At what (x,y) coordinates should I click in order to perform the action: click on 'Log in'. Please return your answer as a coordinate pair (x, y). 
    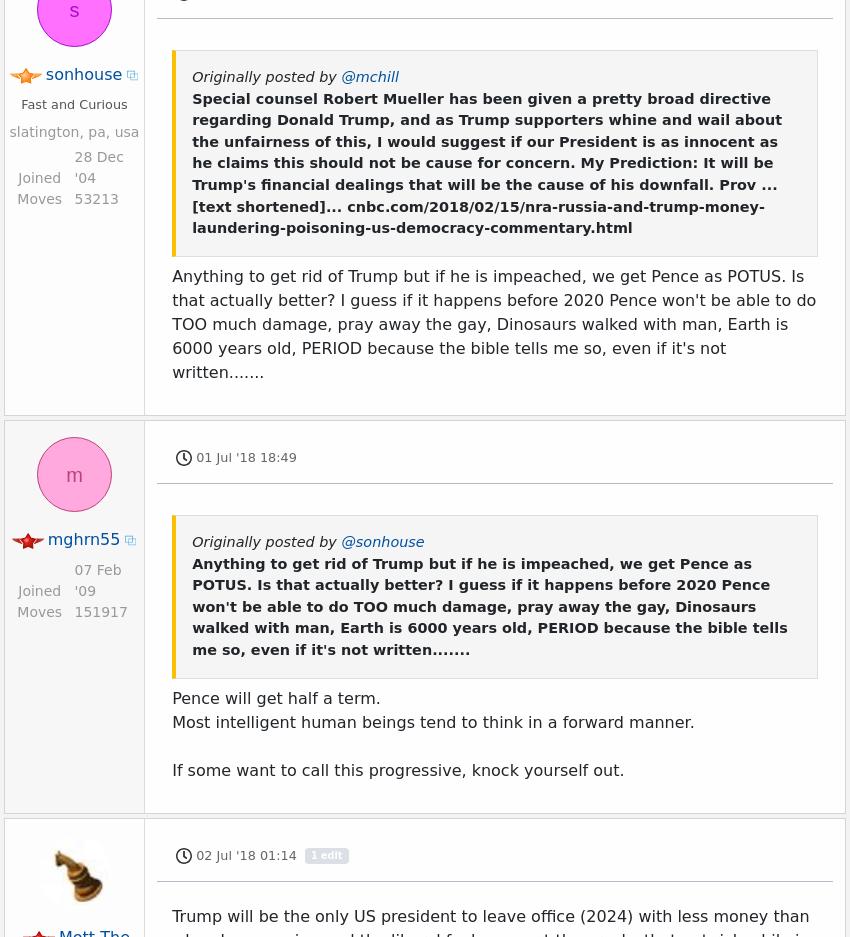
    Looking at the image, I should click on (41, 851).